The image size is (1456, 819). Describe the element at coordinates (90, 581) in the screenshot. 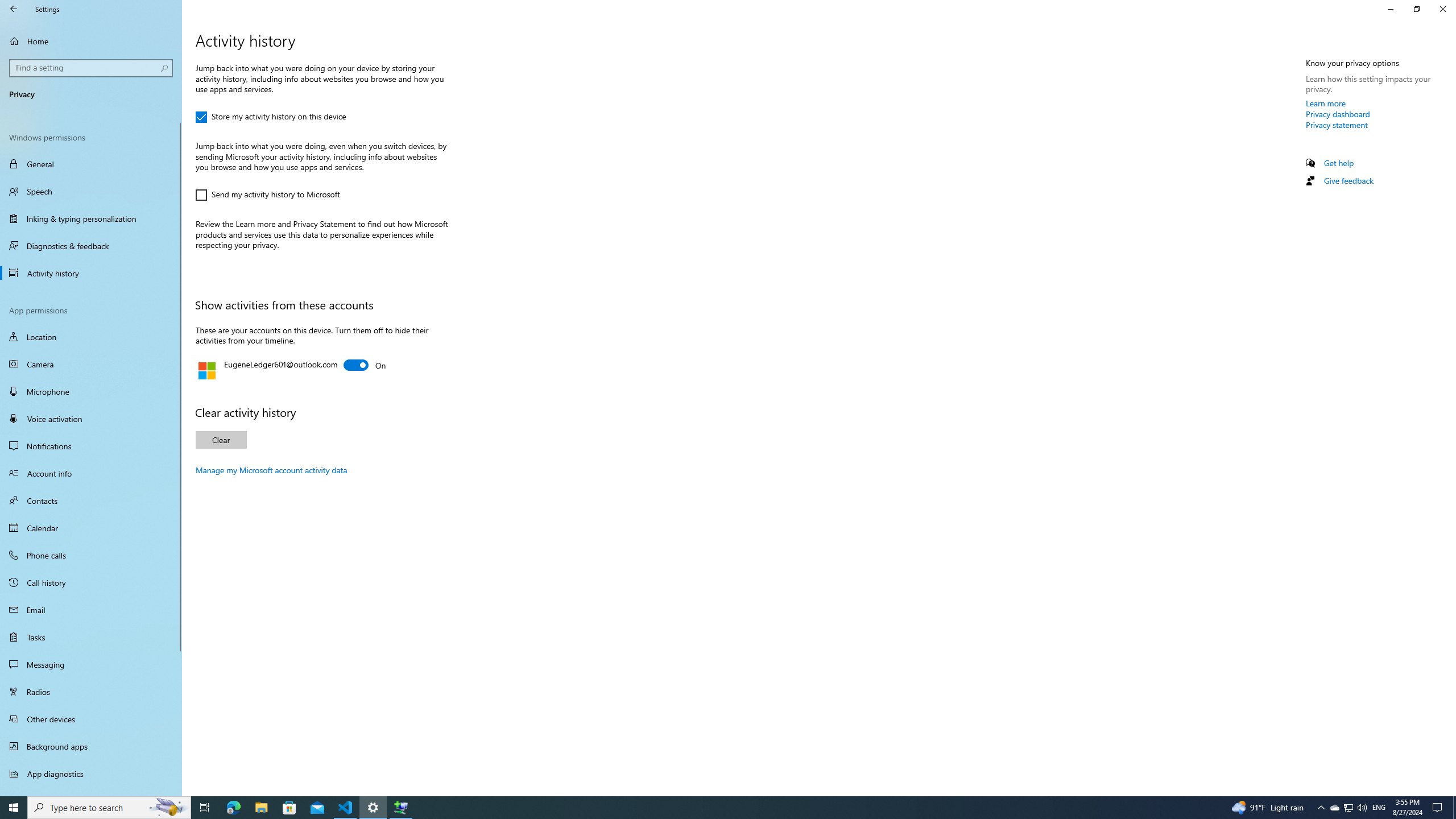

I see `'Call history'` at that location.